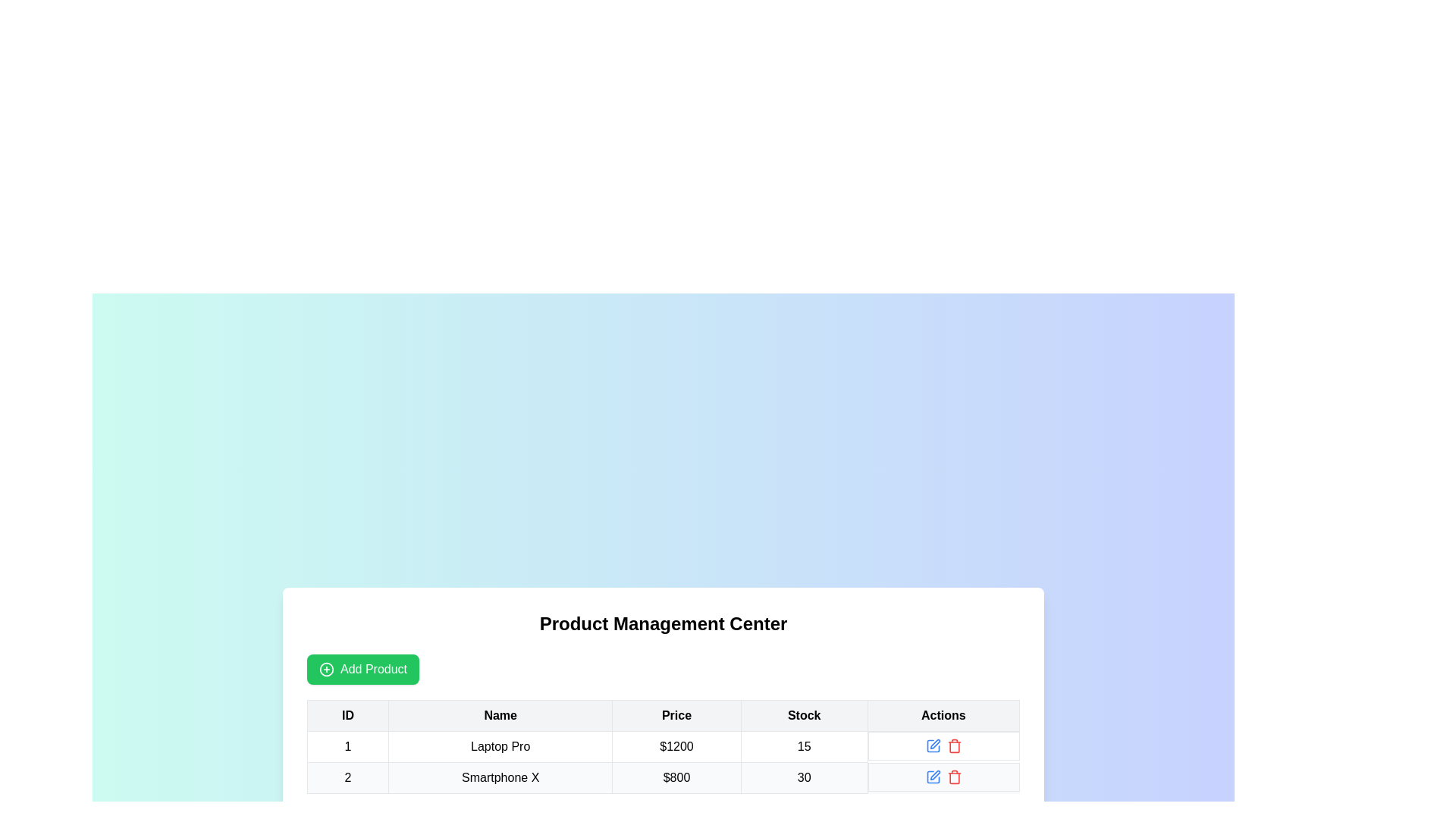  What do you see at coordinates (676, 778) in the screenshot?
I see `the Text Display element that shows '$800' in black font on a light gray background, located in the third cell of the second row in the table for the product 'Smartphone X'` at bounding box center [676, 778].